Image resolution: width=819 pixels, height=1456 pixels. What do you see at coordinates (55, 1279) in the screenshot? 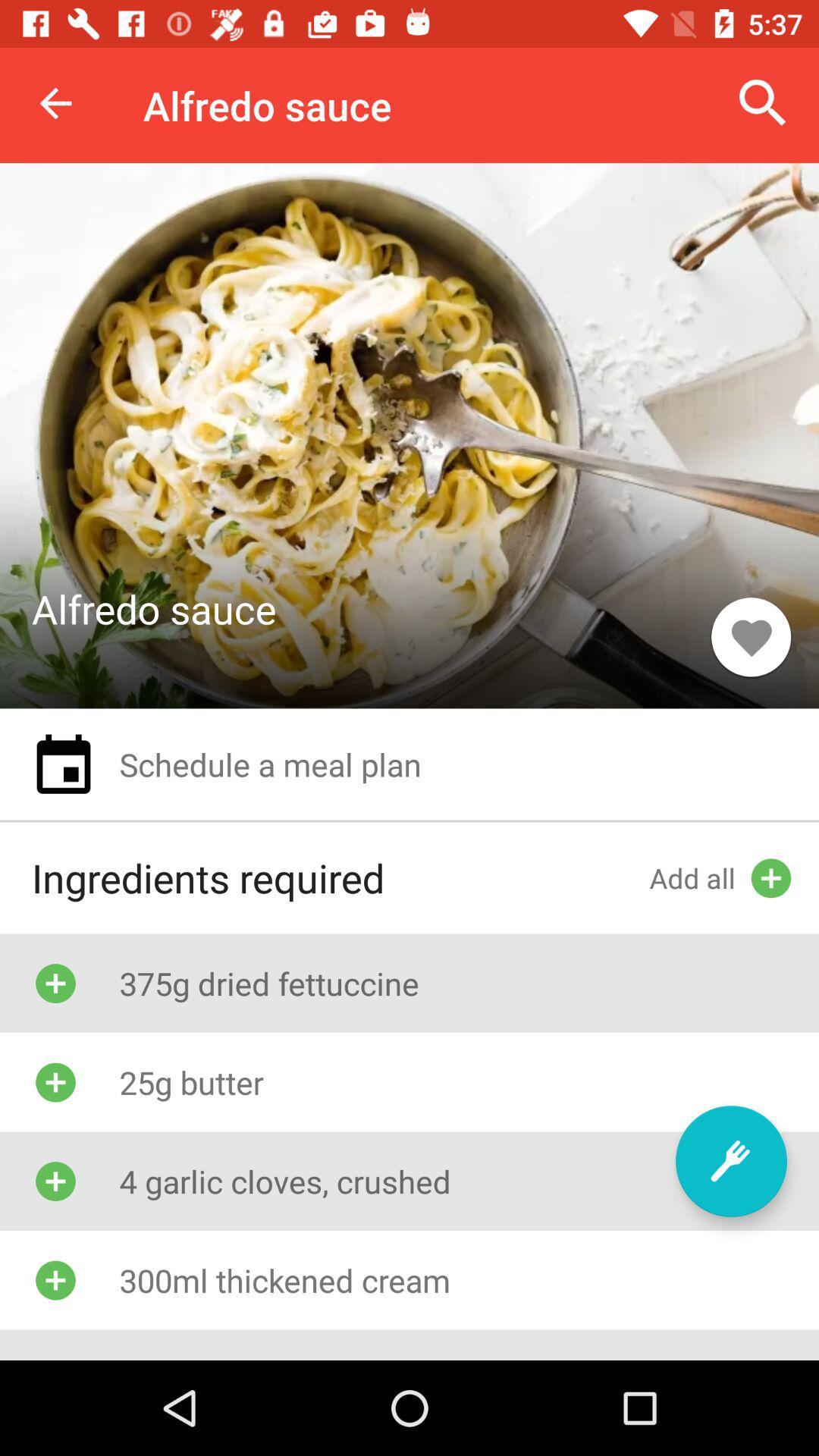
I see `symbol which is left to the text 300ml thickened cream` at bounding box center [55, 1279].